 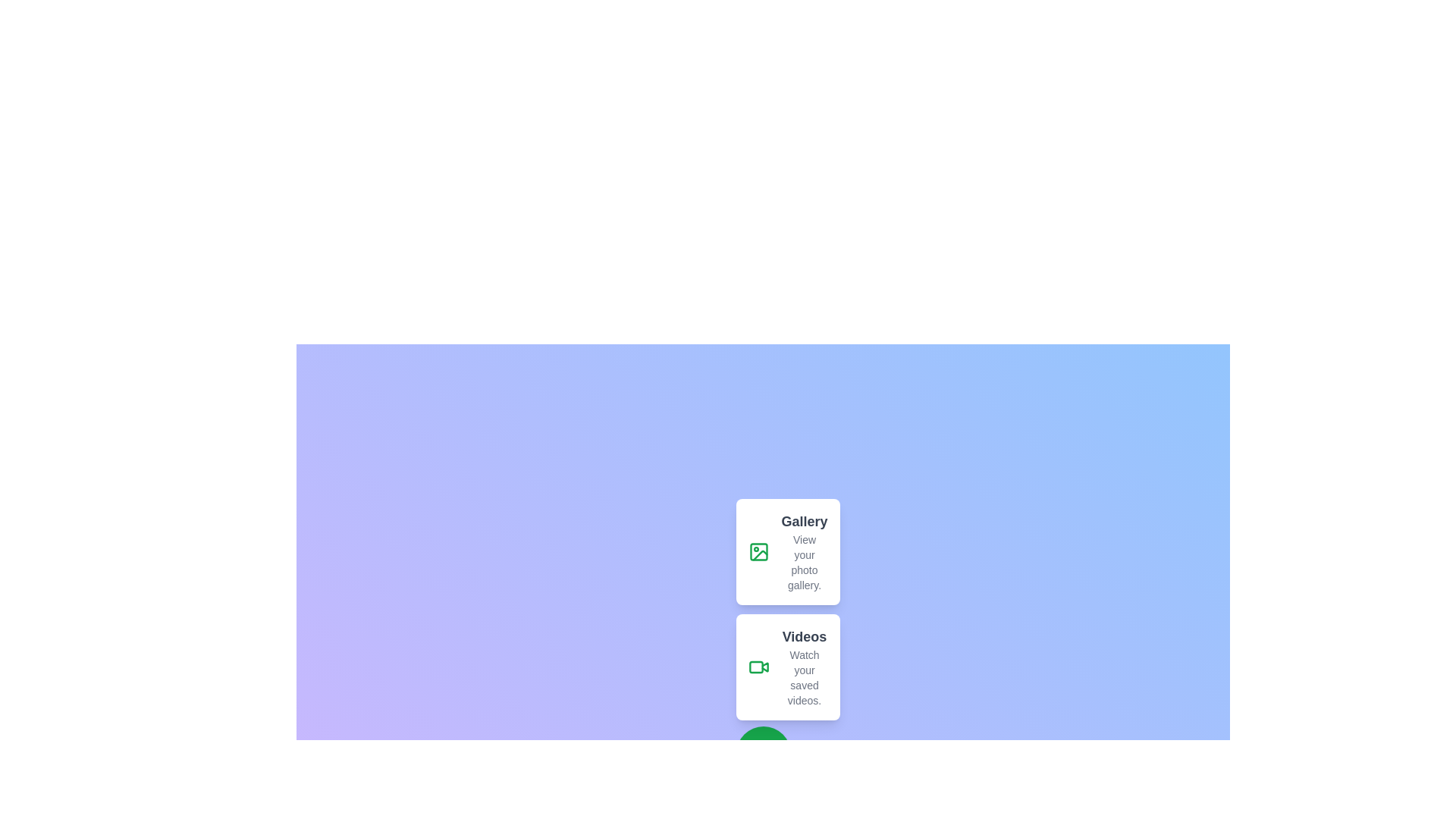 What do you see at coordinates (758, 552) in the screenshot?
I see `the icon labeled Gallery to inspect its visual feedback` at bounding box center [758, 552].